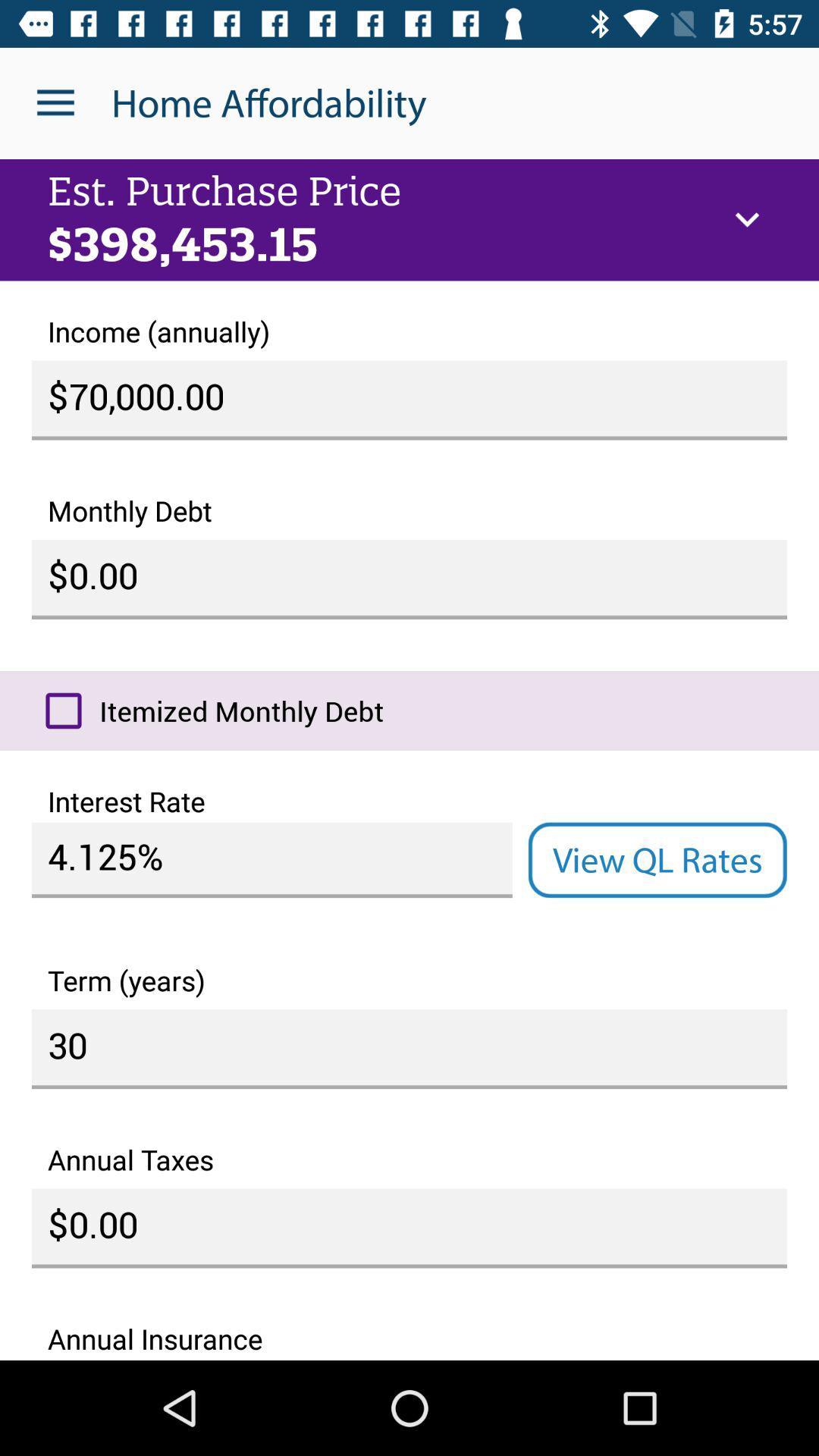  What do you see at coordinates (409, 1048) in the screenshot?
I see `the 30 item` at bounding box center [409, 1048].